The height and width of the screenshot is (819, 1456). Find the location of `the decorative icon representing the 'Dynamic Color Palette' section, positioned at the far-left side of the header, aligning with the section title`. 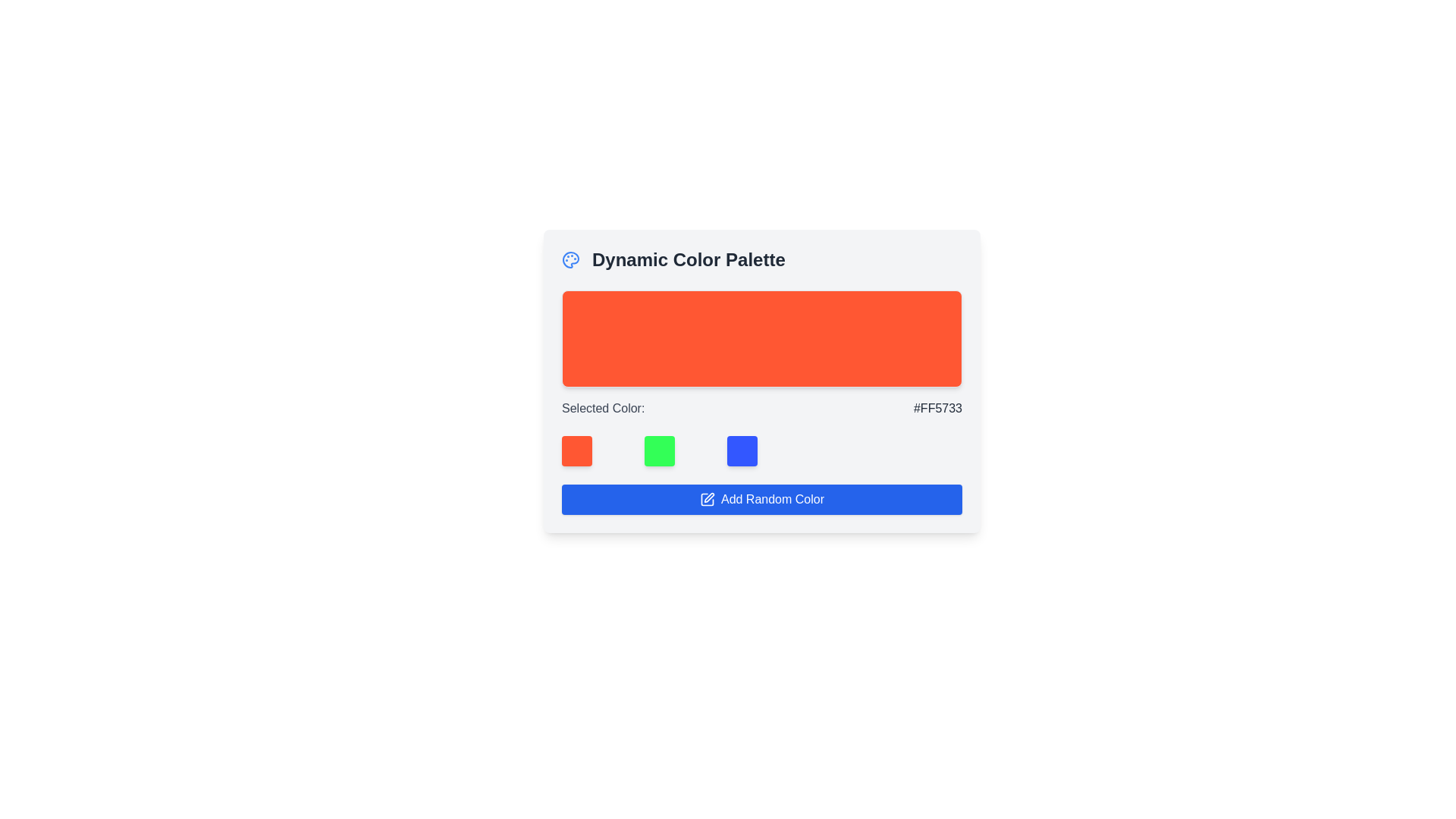

the decorative icon representing the 'Dynamic Color Palette' section, positioned at the far-left side of the header, aligning with the section title is located at coordinates (570, 259).